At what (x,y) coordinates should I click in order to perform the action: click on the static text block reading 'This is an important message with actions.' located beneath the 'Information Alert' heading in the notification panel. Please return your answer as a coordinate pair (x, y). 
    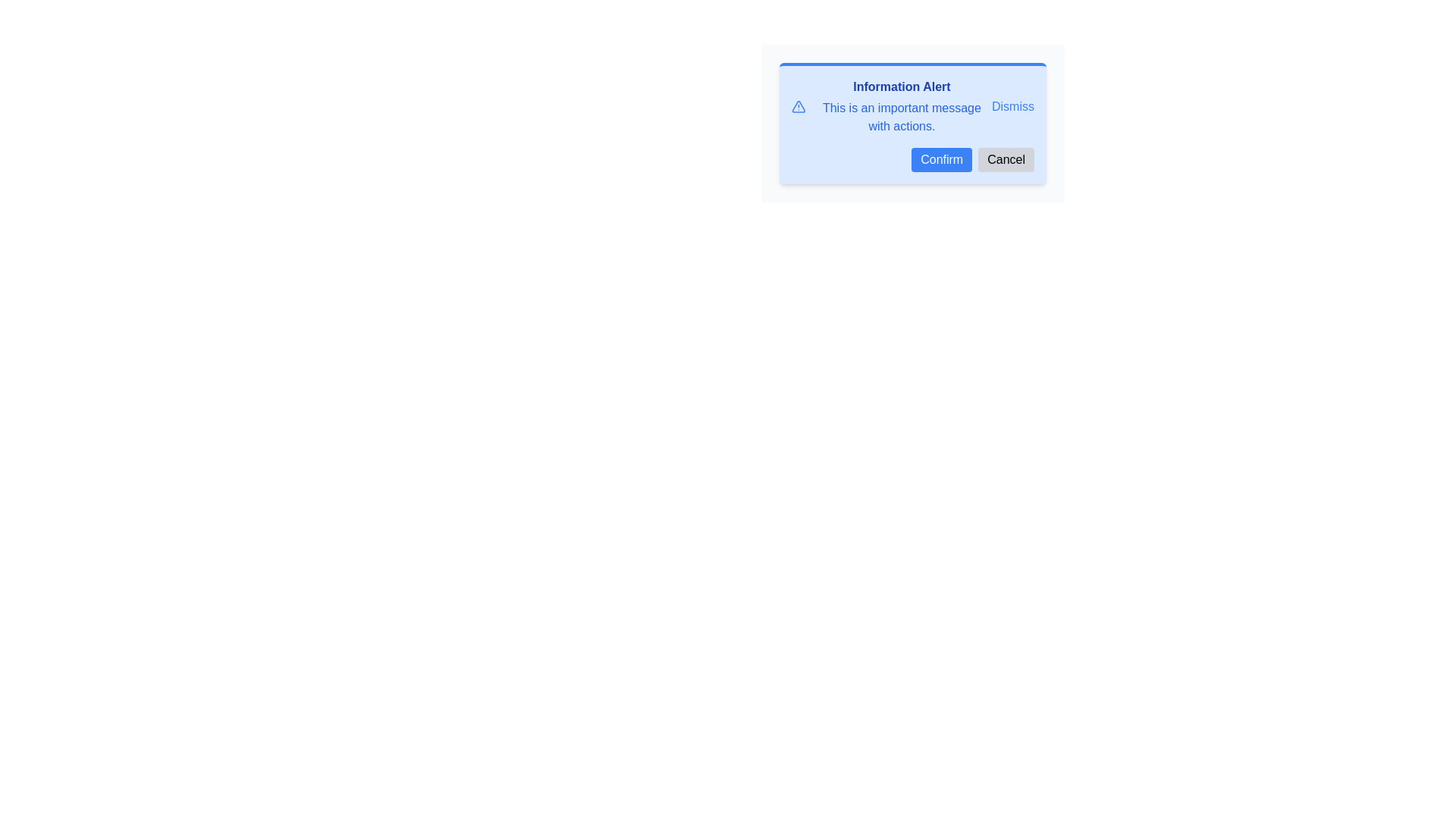
    Looking at the image, I should click on (902, 116).